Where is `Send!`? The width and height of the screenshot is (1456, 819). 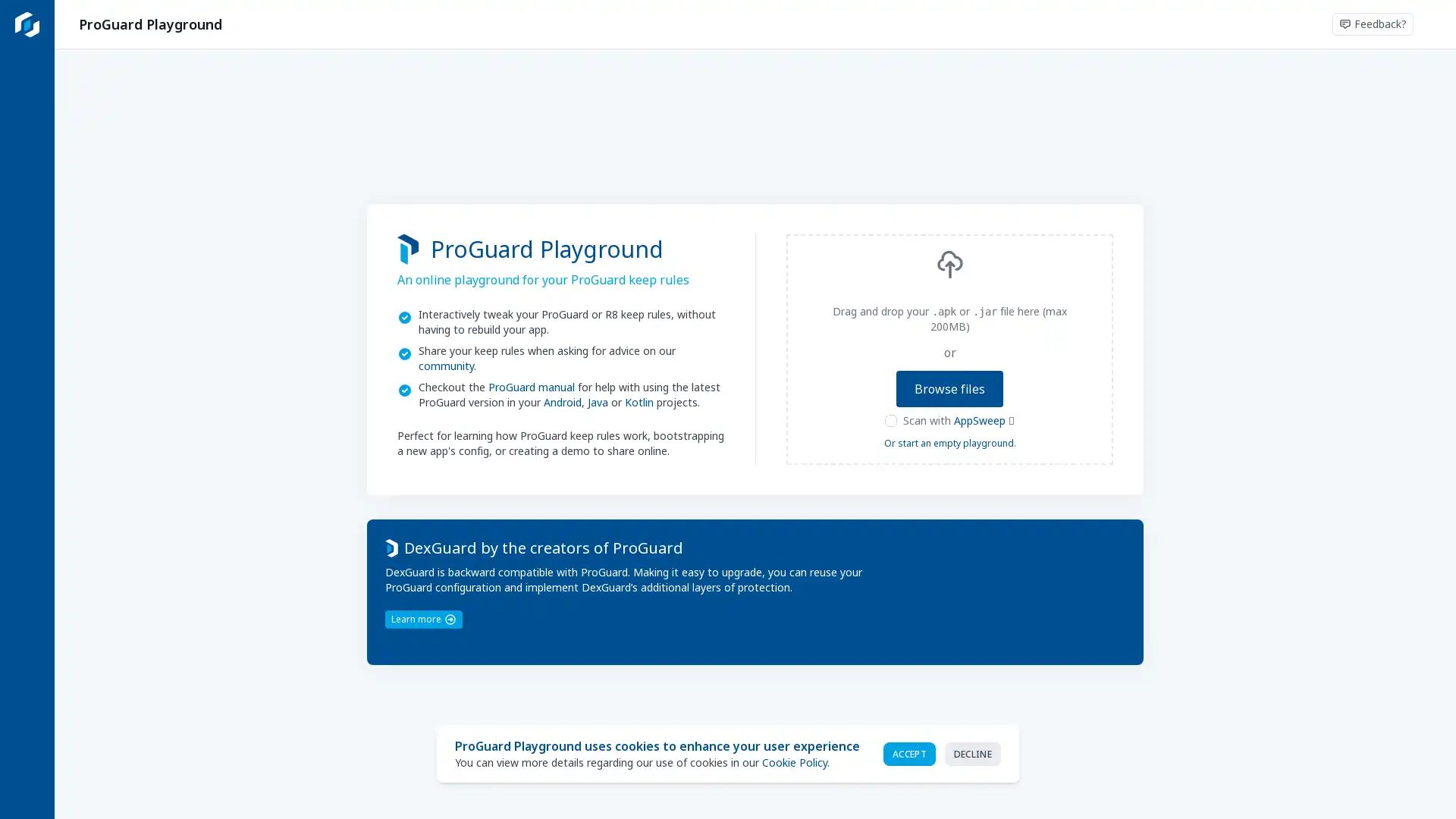 Send! is located at coordinates (937, 540).